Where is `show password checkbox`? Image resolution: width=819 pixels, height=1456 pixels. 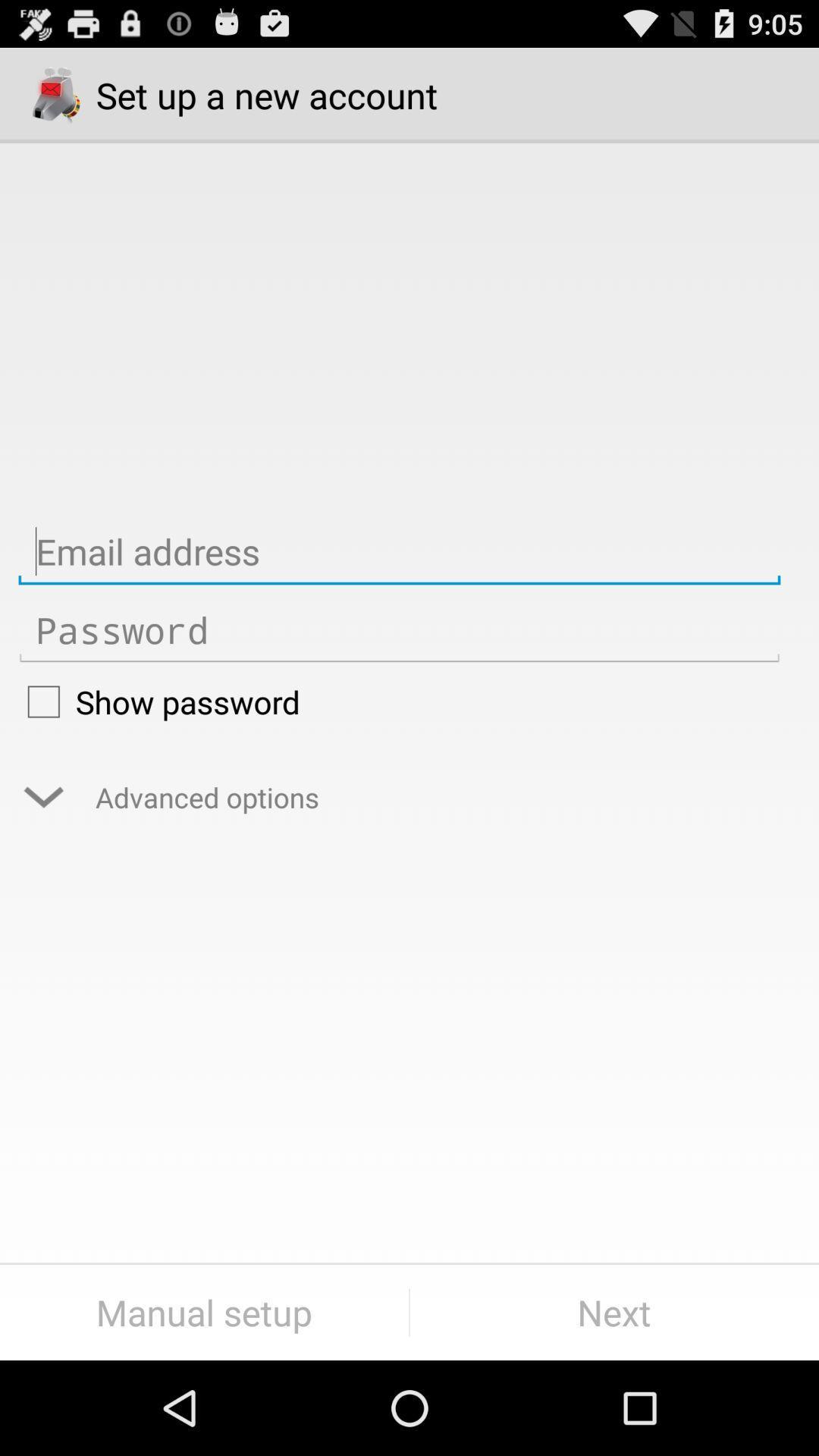
show password checkbox is located at coordinates (398, 701).